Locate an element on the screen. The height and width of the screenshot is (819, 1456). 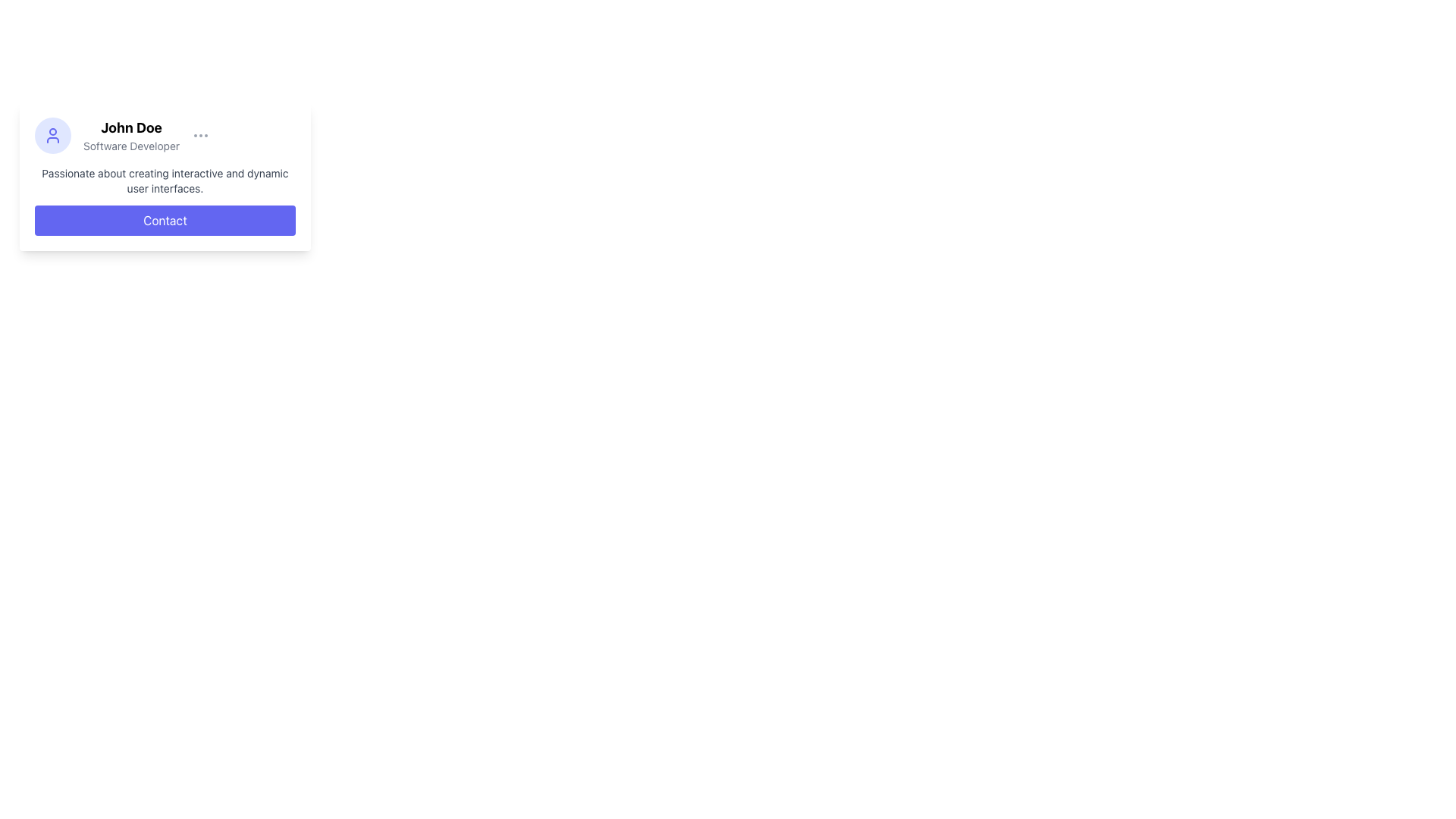
the circular icon with a light blue background and an indigo user silhouette located in the top-left corner of the profile card, preceding the text 'John Doe' and 'Software Developer' is located at coordinates (53, 134).